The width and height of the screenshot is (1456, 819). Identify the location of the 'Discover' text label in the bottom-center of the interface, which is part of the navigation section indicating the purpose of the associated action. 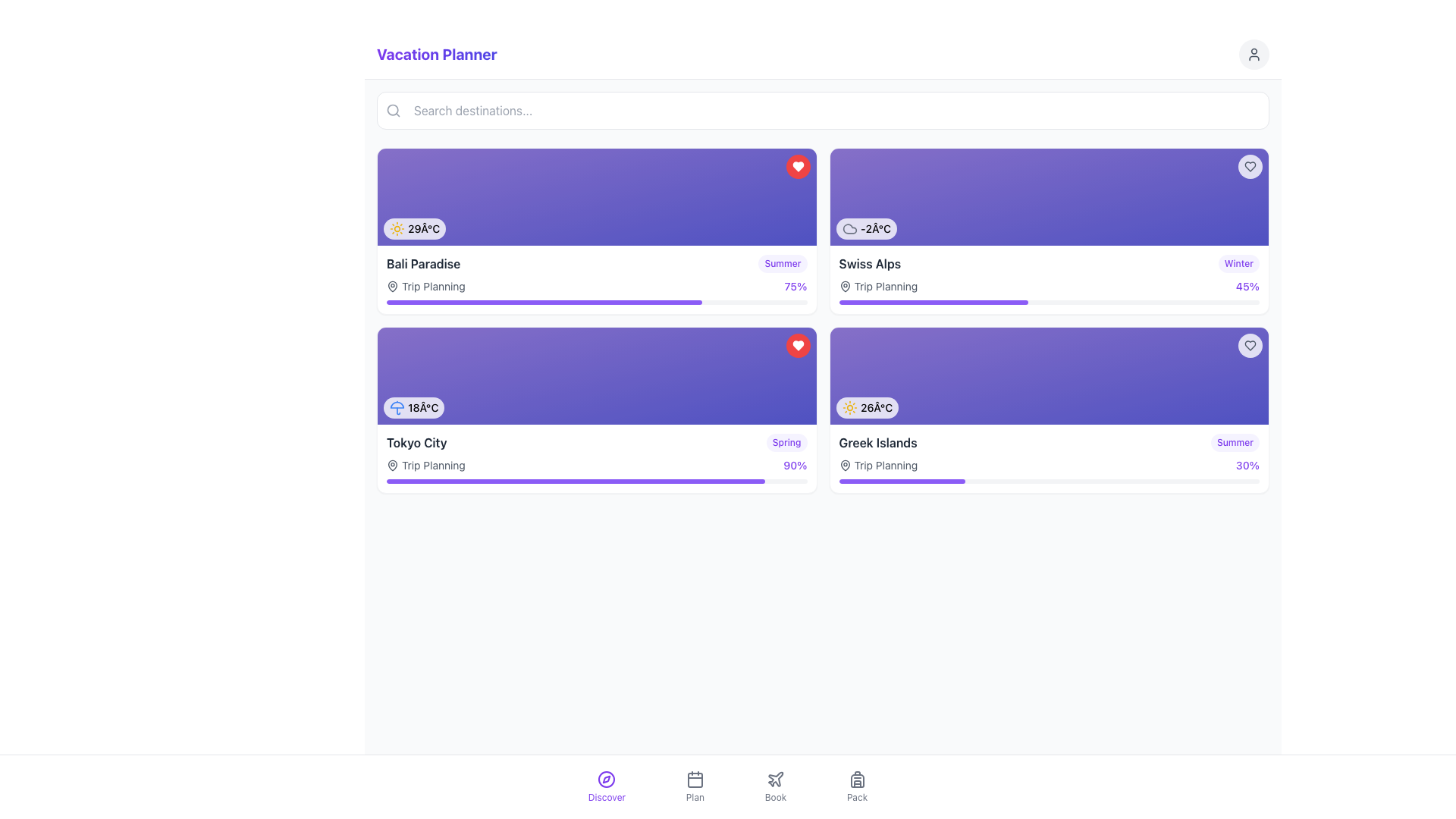
(607, 797).